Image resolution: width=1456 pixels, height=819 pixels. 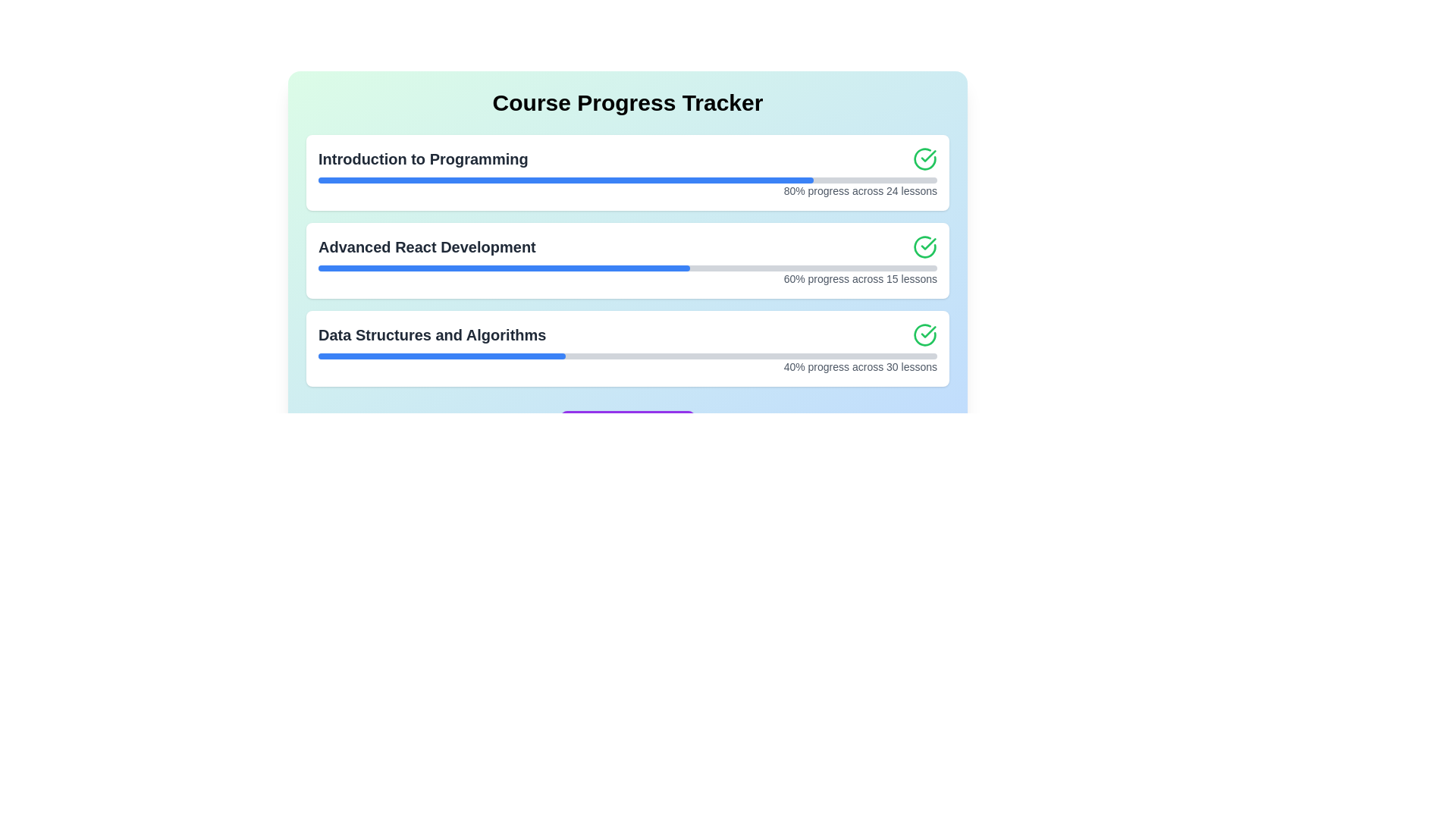 What do you see at coordinates (924, 158) in the screenshot?
I see `the circular icon with a green check mark, which indicates a completed task, located at the far-right end of the row containing the text 'Introduction to Programming'` at bounding box center [924, 158].